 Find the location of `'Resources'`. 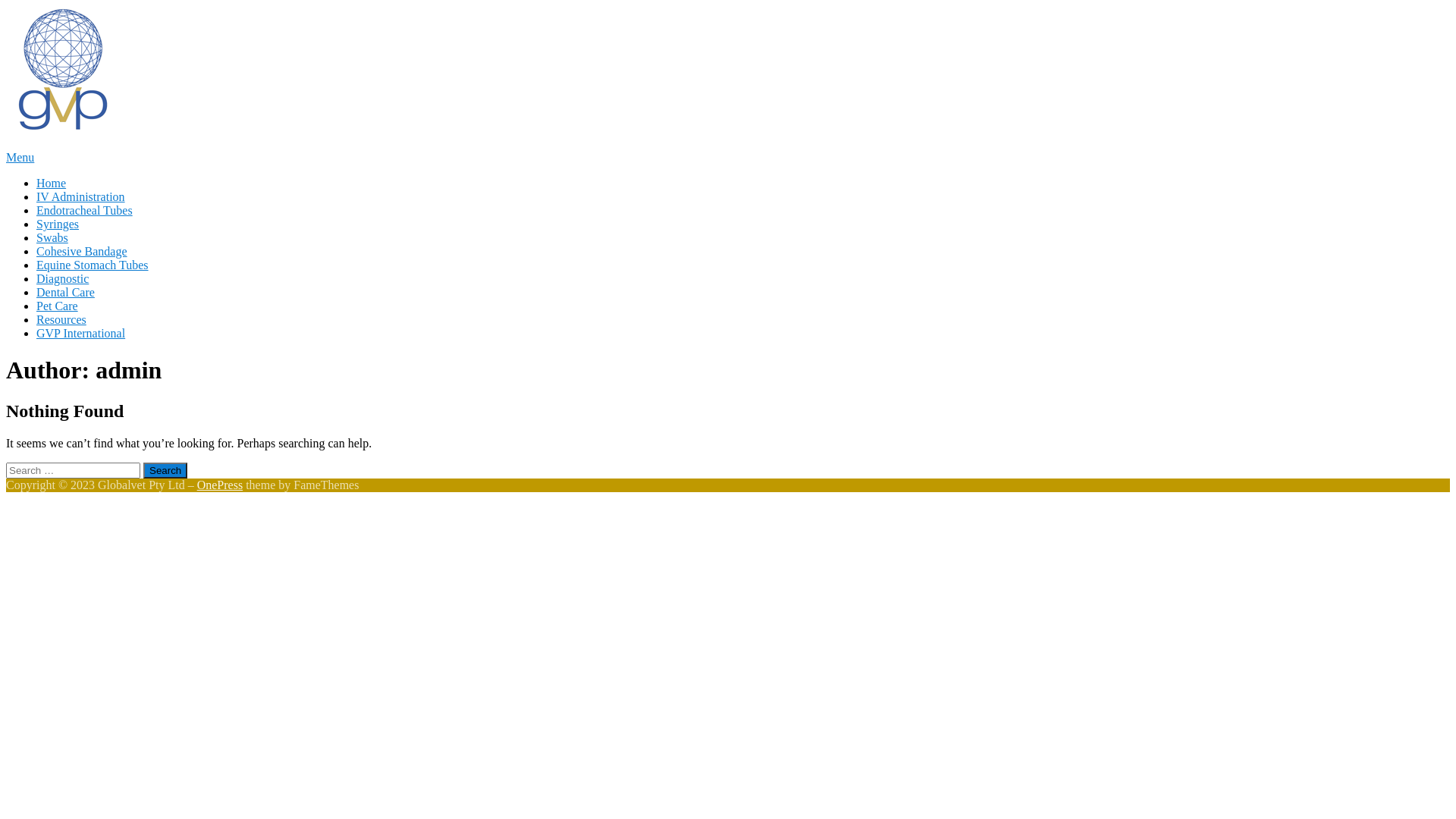

'Resources' is located at coordinates (36, 318).